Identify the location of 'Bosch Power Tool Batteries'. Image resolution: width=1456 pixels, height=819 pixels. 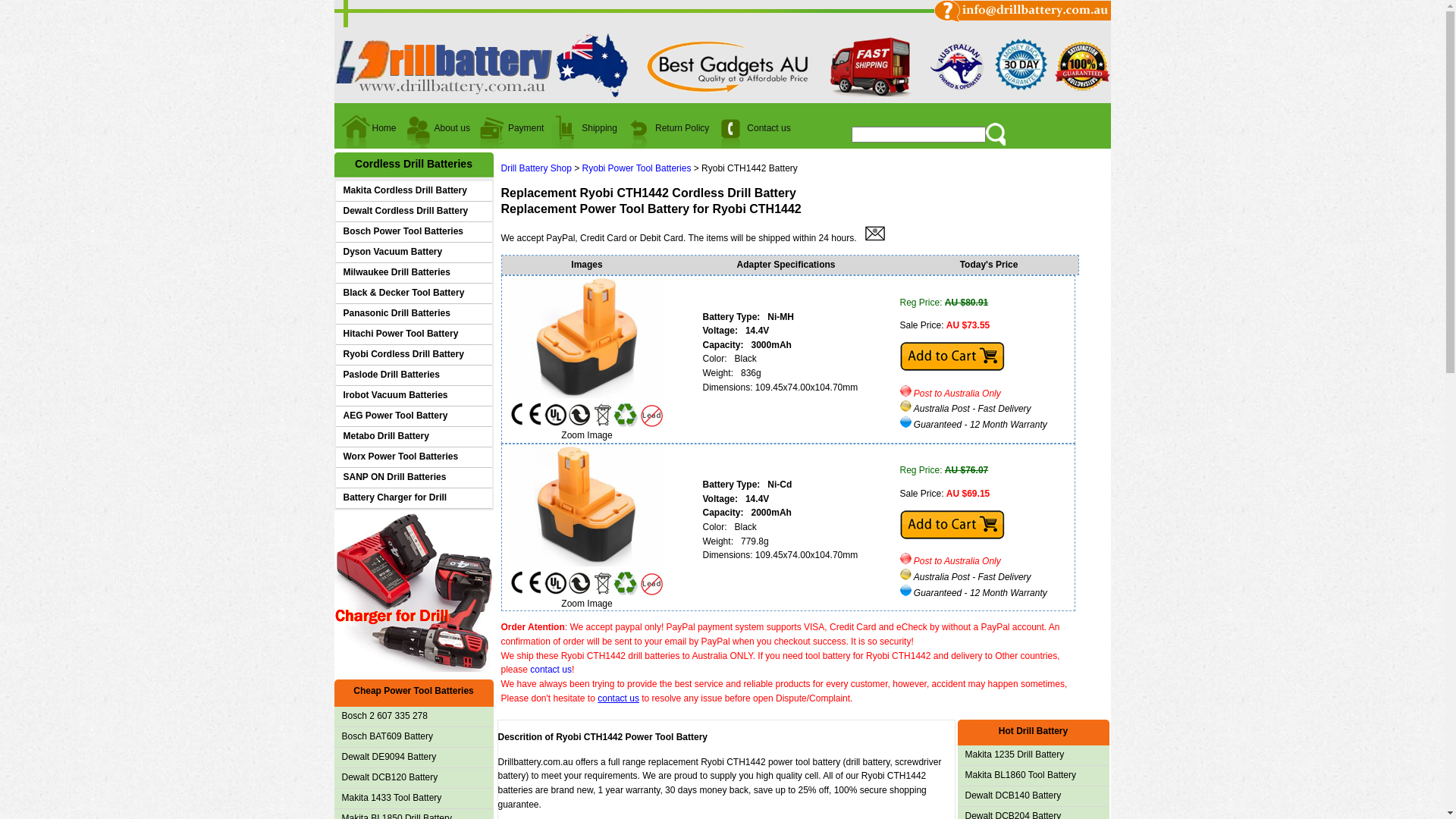
(413, 231).